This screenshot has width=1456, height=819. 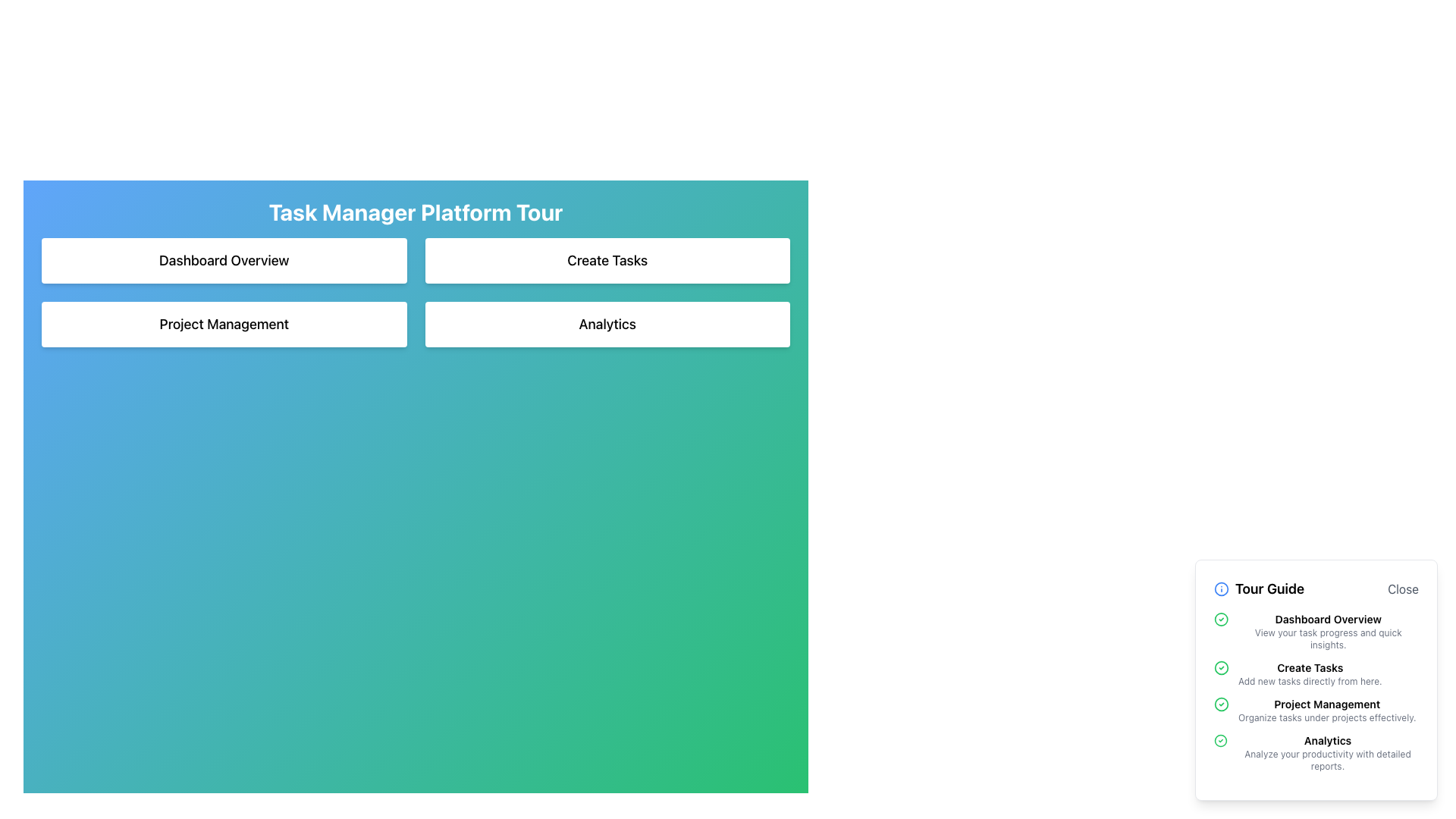 I want to click on the 'Create Tasks' button located in the top-right cell of the grid layout, adjacent, so click(x=607, y=259).